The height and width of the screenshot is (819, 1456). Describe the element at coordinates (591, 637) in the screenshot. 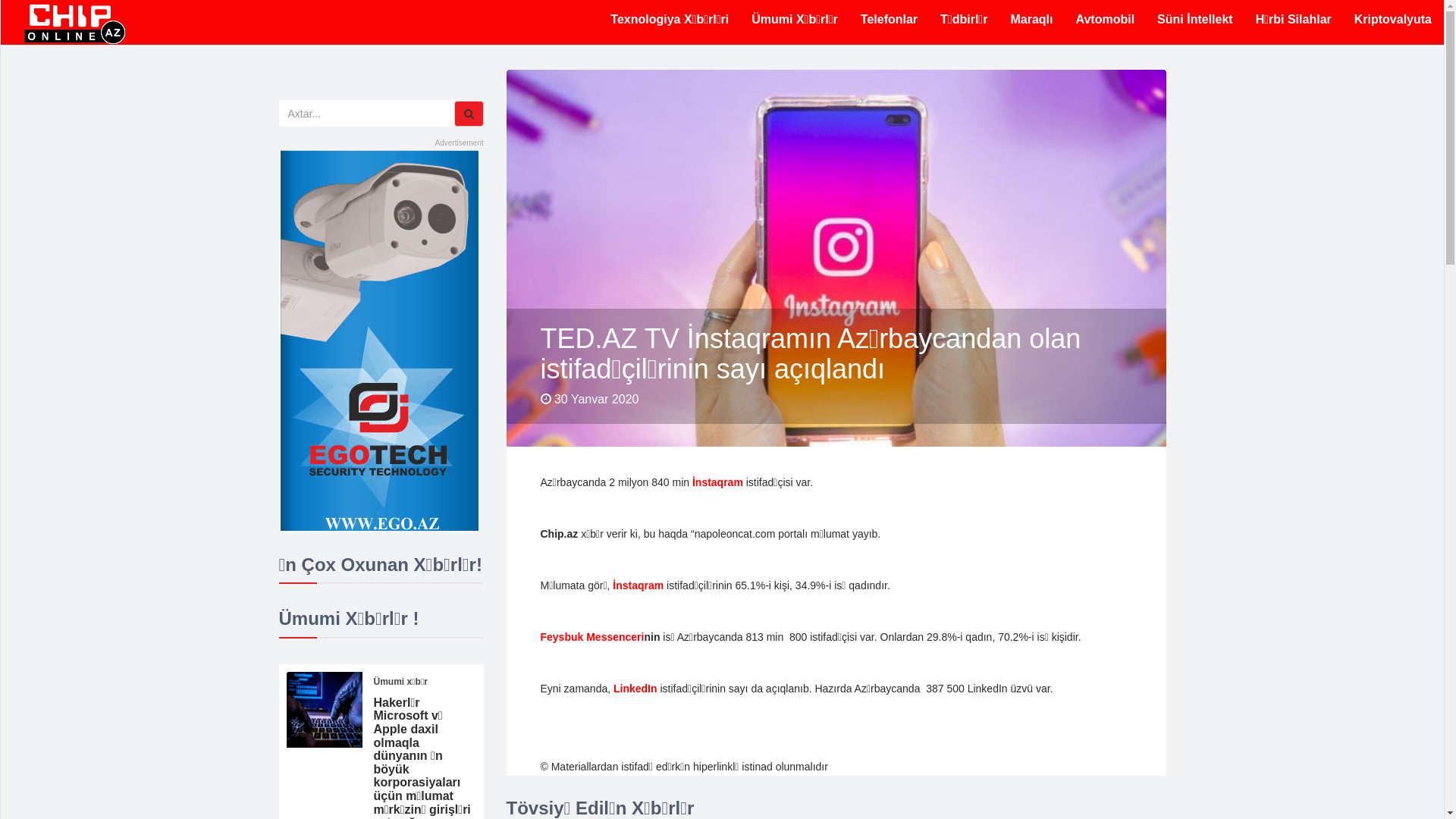

I see `'Feysbuk Messenceri'` at that location.